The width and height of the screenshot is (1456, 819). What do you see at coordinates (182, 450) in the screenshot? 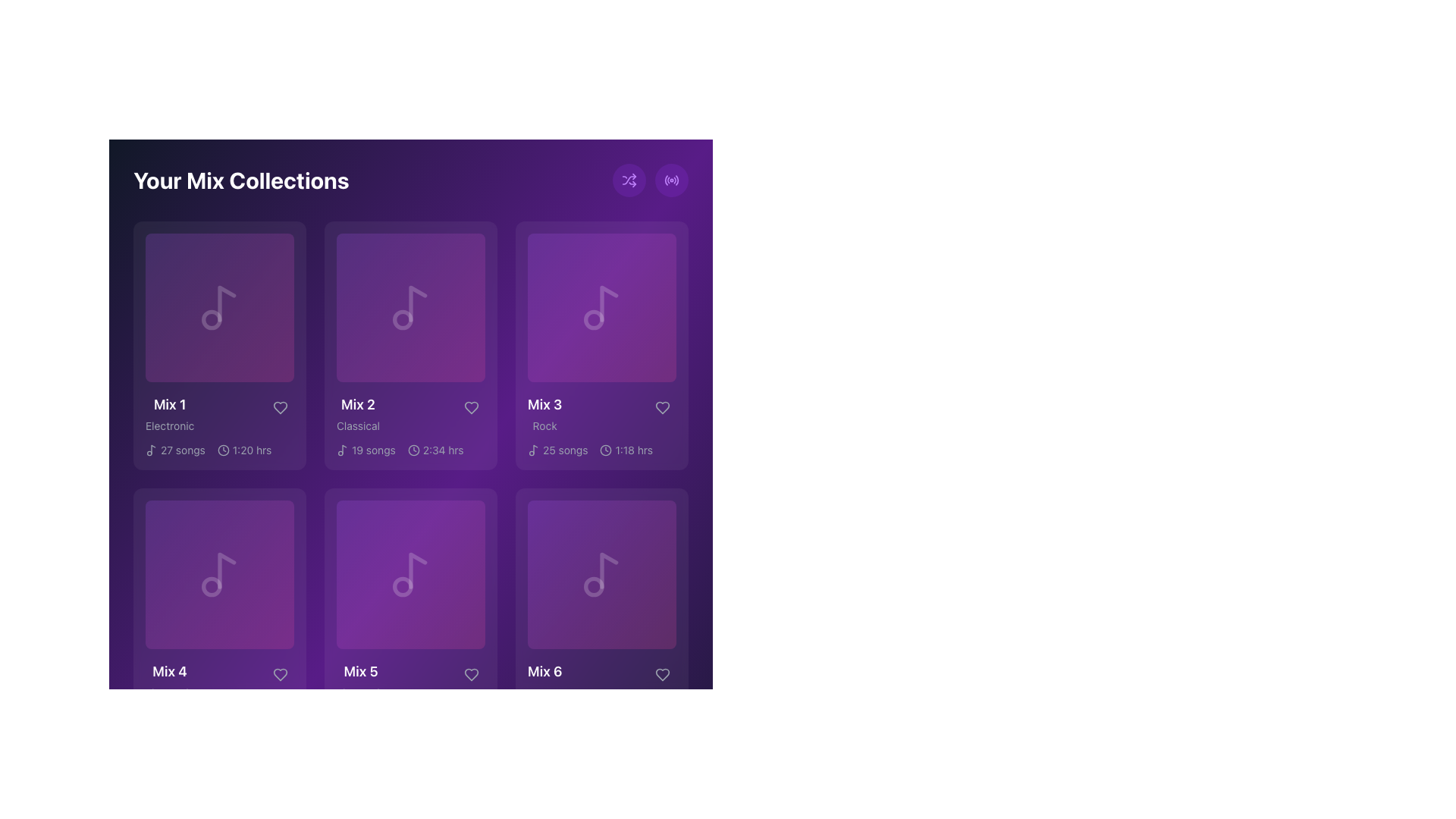
I see `text displaying the number of songs in the 'Mix 1' section of the 'Your Mix Collections' grid layout, located in the lower left corner of the section` at bounding box center [182, 450].